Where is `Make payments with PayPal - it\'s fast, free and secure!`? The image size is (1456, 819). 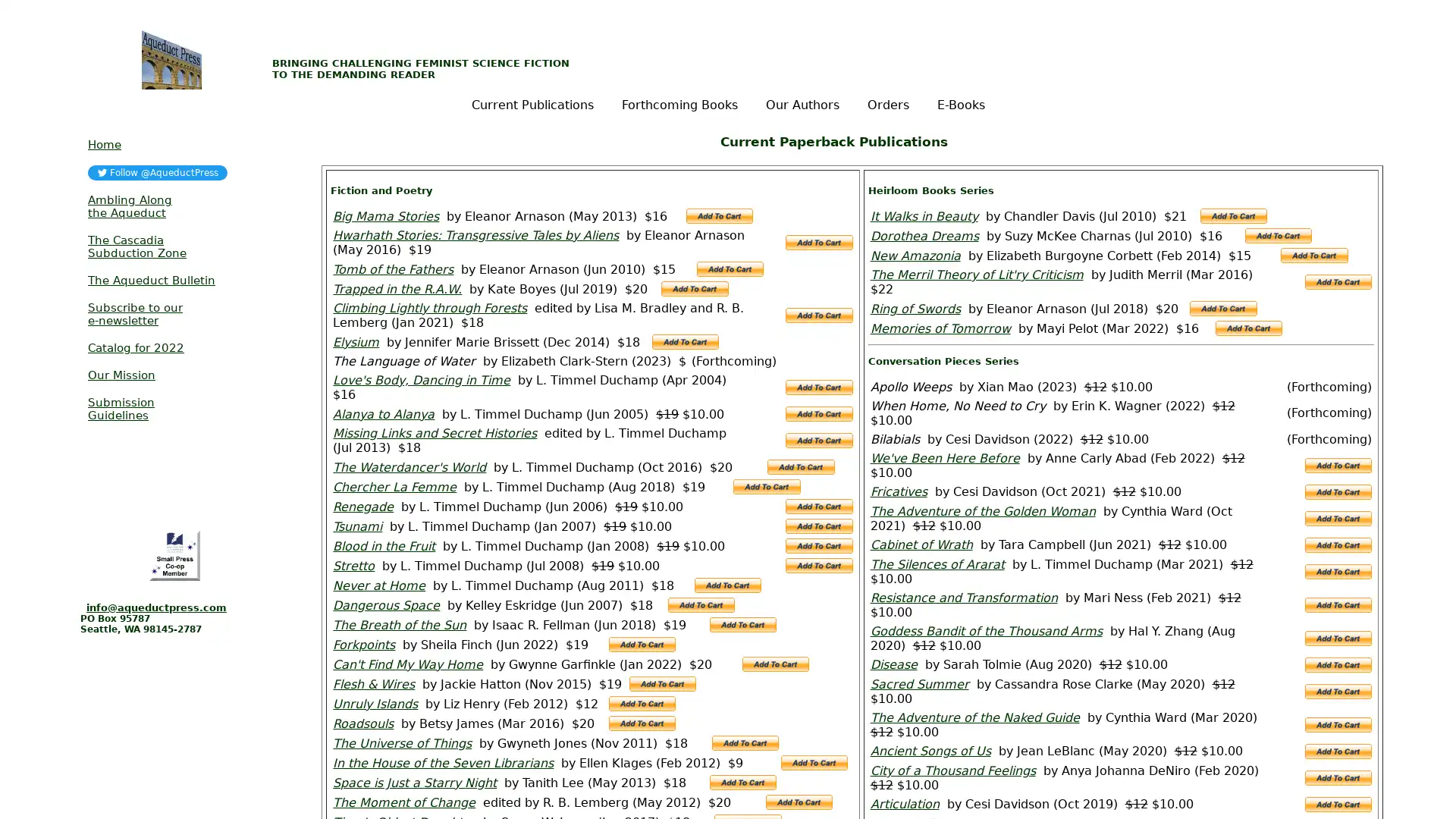 Make payments with PayPal - it\'s fast, free and secure! is located at coordinates (694, 289).